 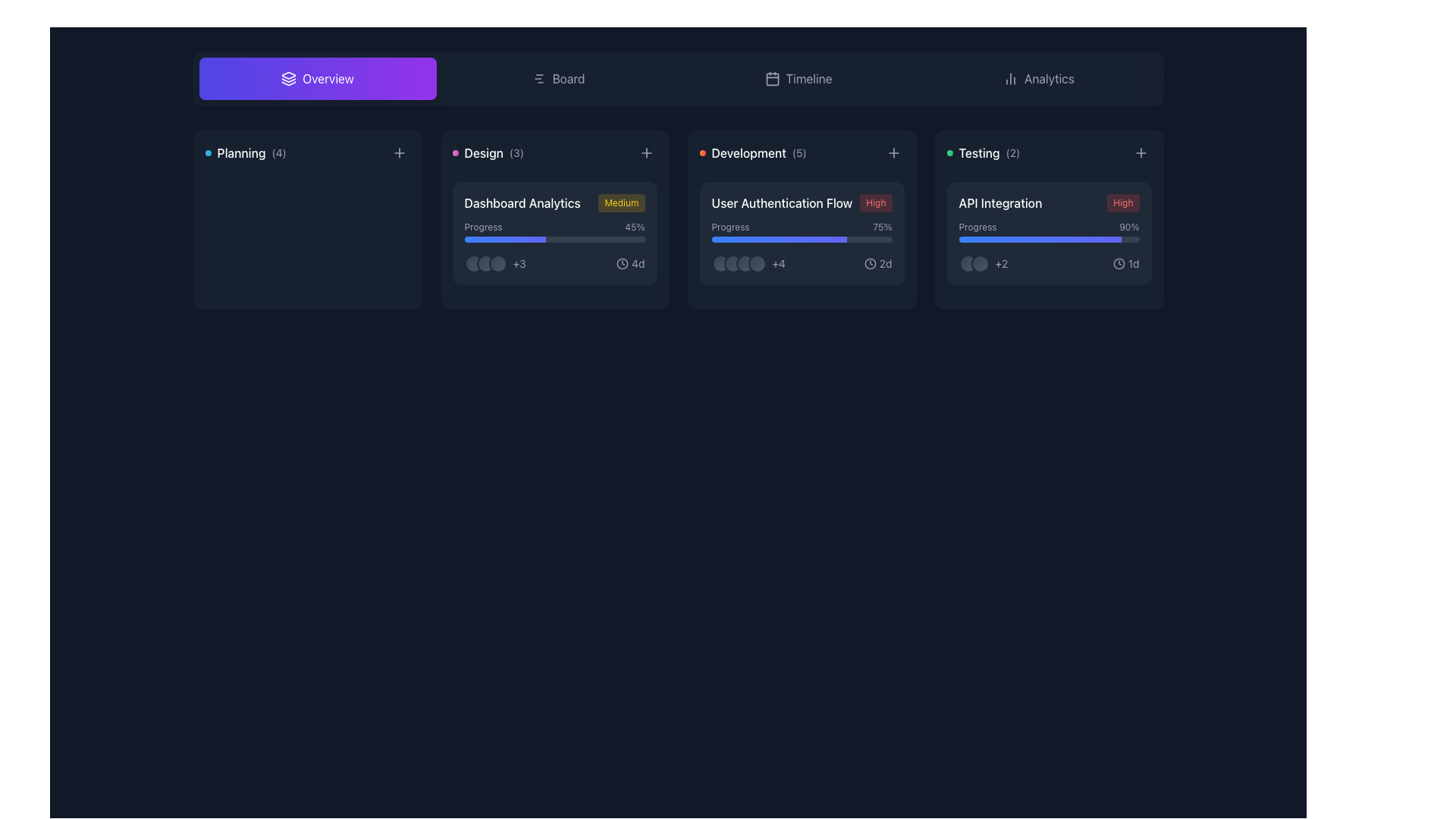 I want to click on the clock icon with a circular border located inside the 'User Authentication Flow' card in the 'Development' column, positioned to the left of the text '2d', so click(x=870, y=262).